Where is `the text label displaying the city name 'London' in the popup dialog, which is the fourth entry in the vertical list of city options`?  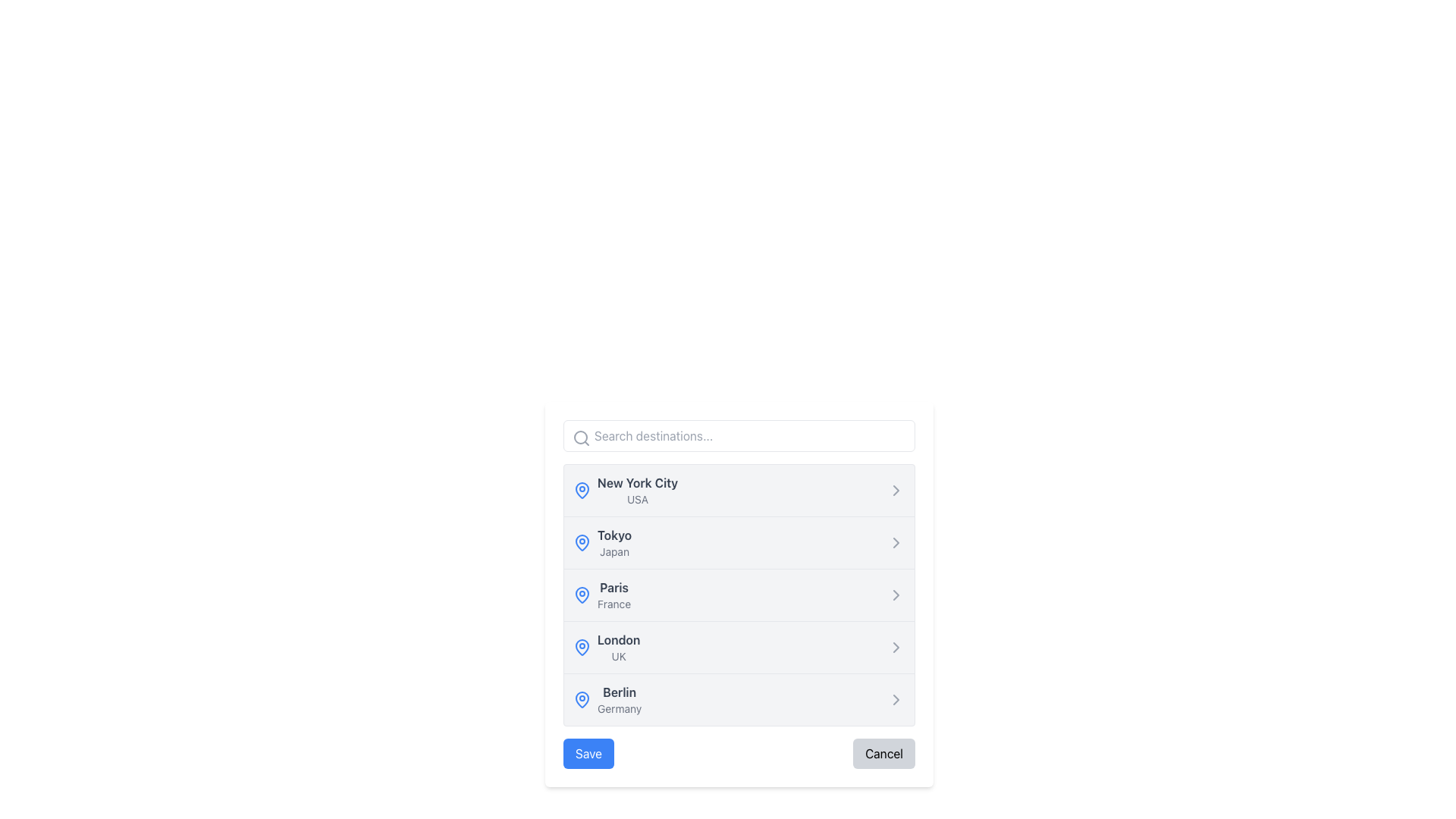 the text label displaying the city name 'London' in the popup dialog, which is the fourth entry in the vertical list of city options is located at coordinates (619, 640).